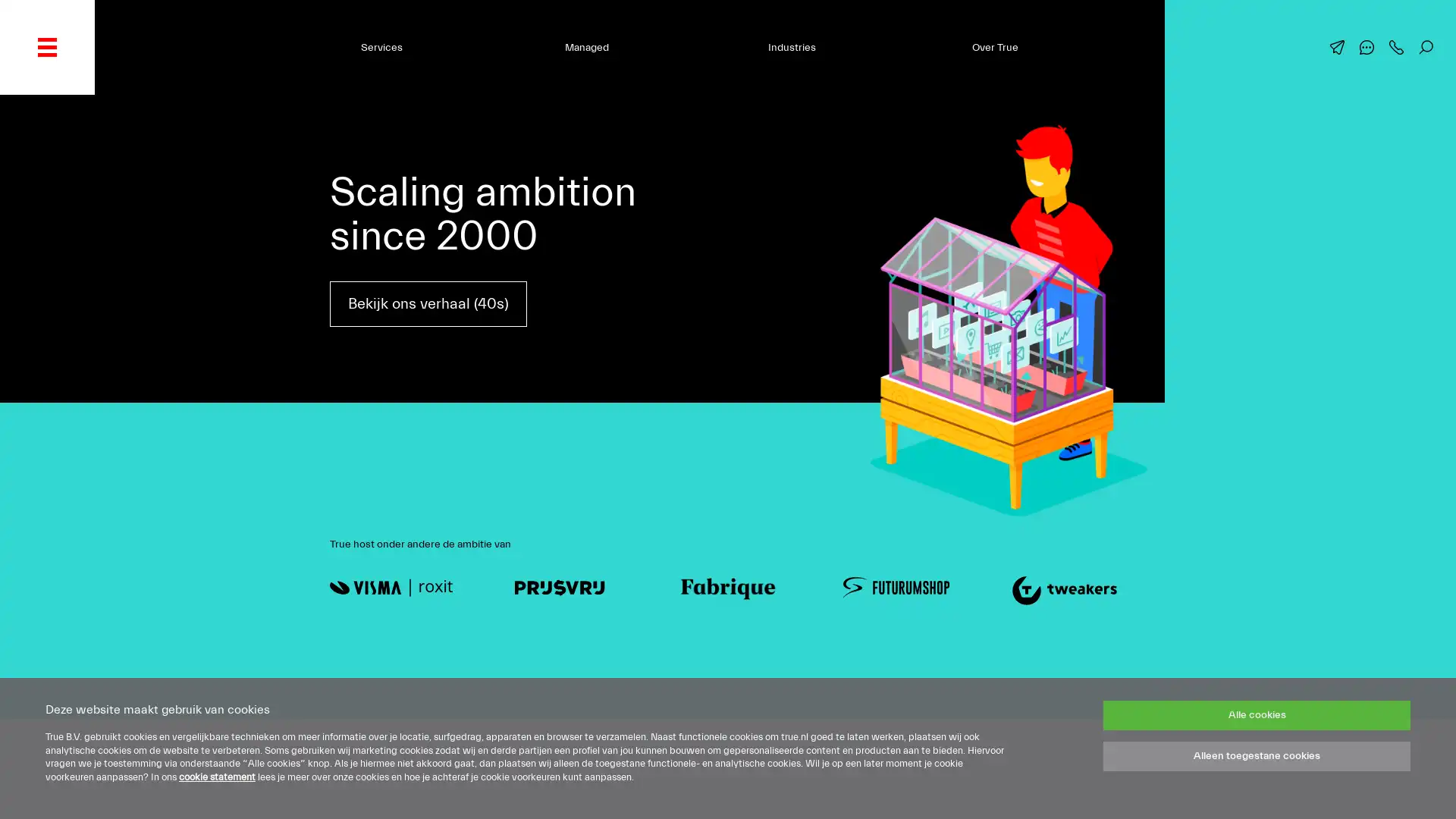 This screenshot has width=1456, height=819. I want to click on Alleen toegestane cookies, so click(1257, 719).